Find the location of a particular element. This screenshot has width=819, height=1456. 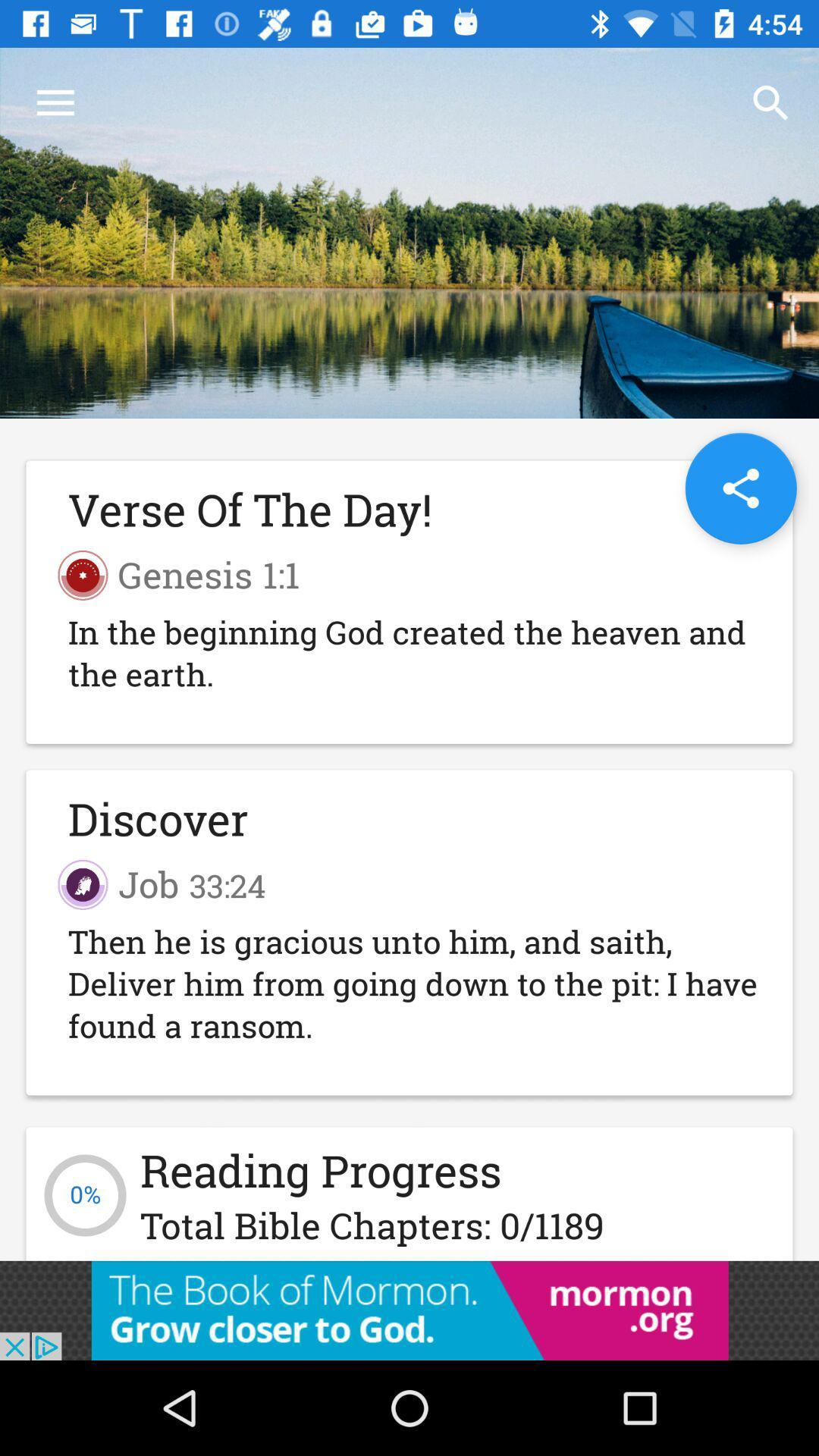

see advertisement is located at coordinates (409, 1310).